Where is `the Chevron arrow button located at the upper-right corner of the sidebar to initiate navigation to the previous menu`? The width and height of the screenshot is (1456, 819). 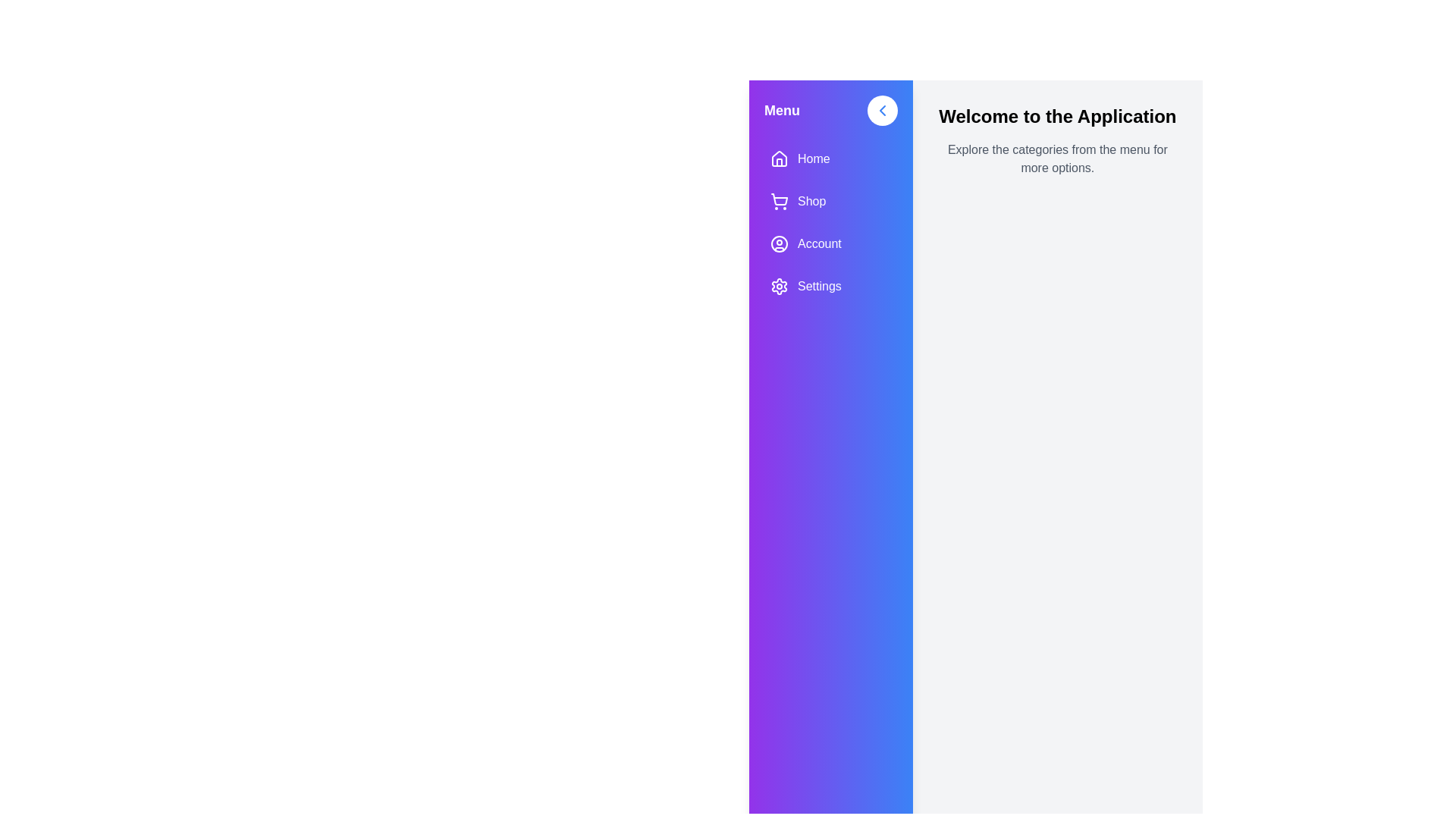 the Chevron arrow button located at the upper-right corner of the sidebar to initiate navigation to the previous menu is located at coordinates (882, 110).